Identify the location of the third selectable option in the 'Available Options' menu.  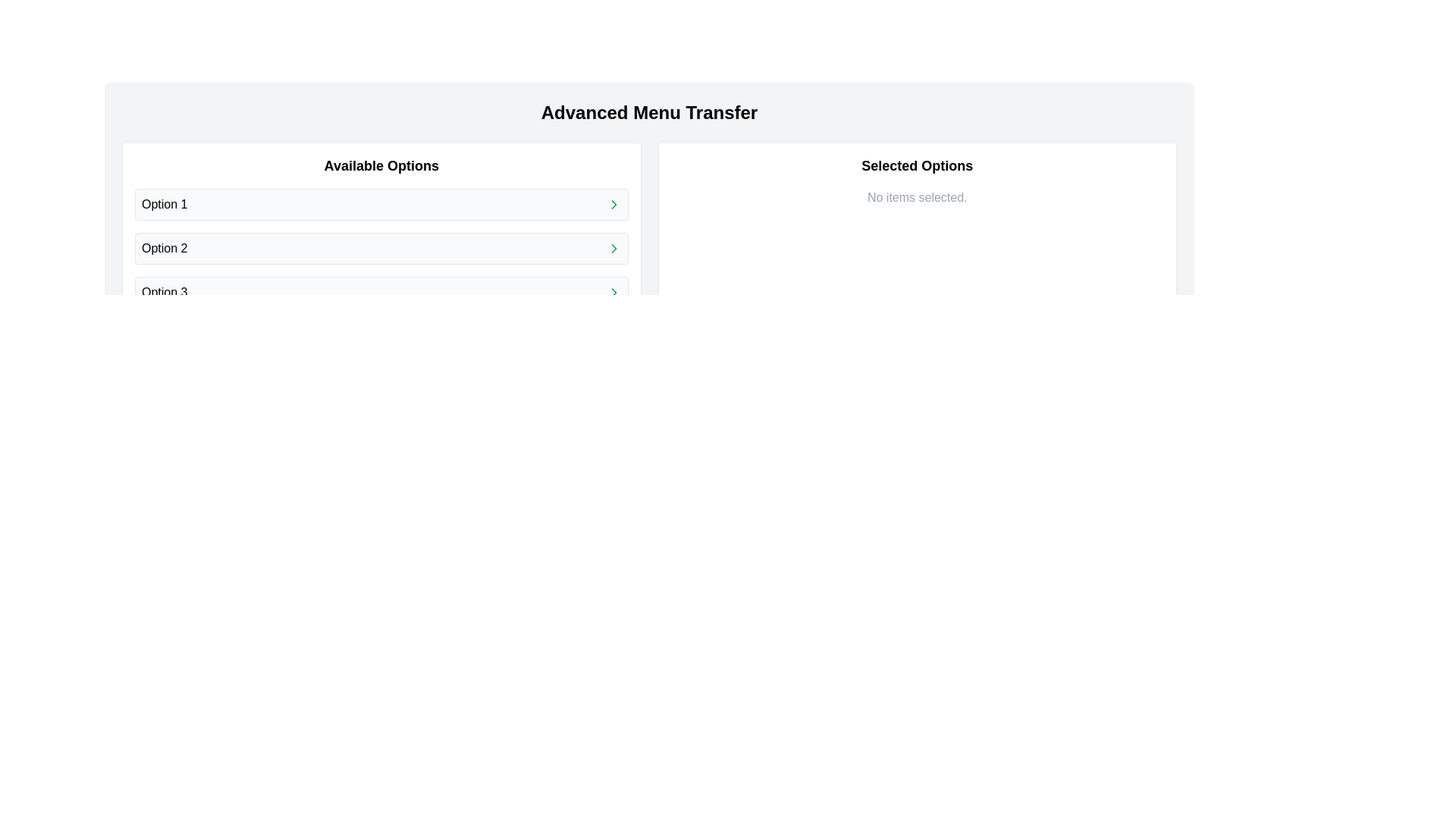
(381, 292).